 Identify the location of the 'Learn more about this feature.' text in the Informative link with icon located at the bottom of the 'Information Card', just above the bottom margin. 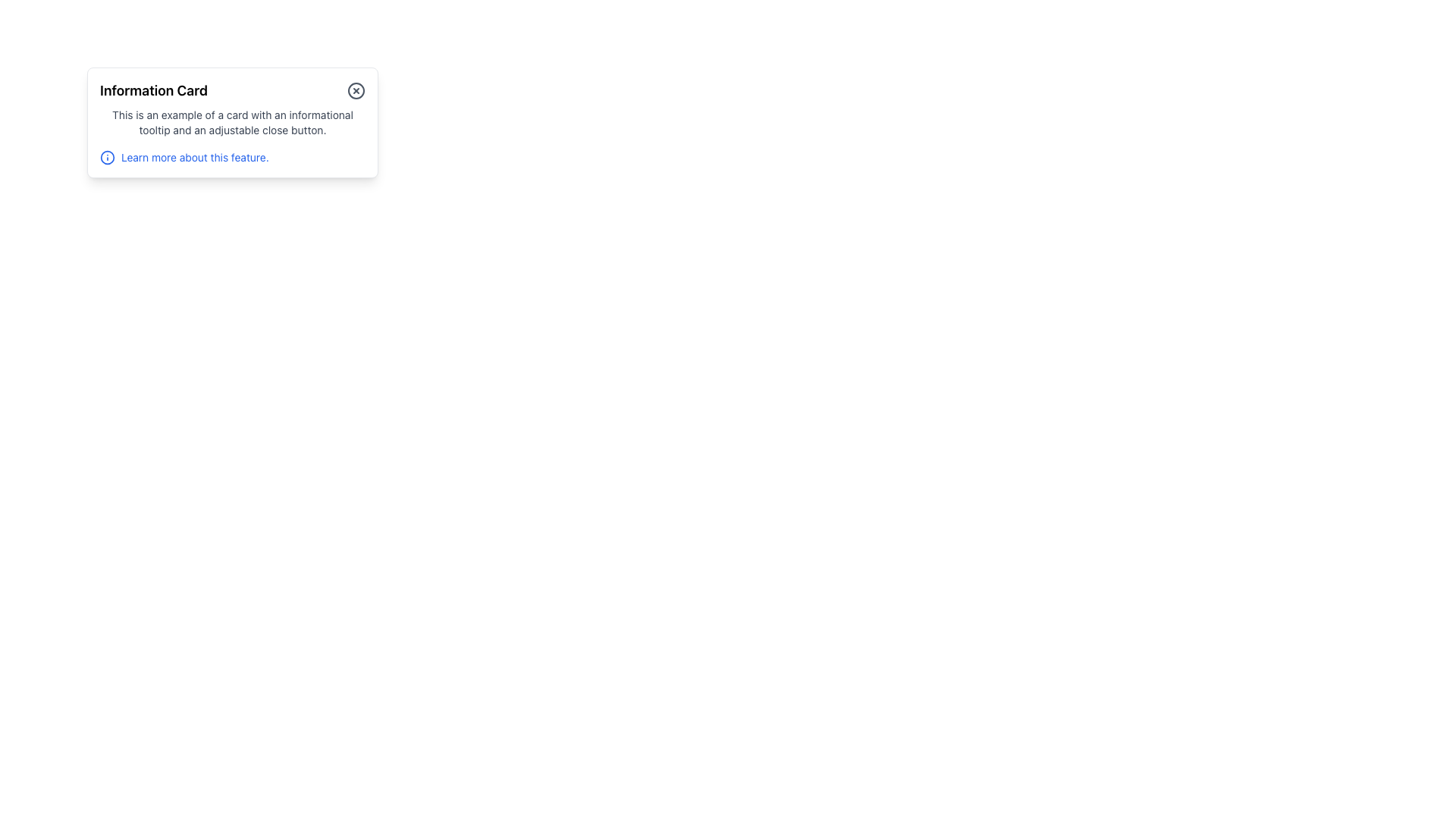
(232, 158).